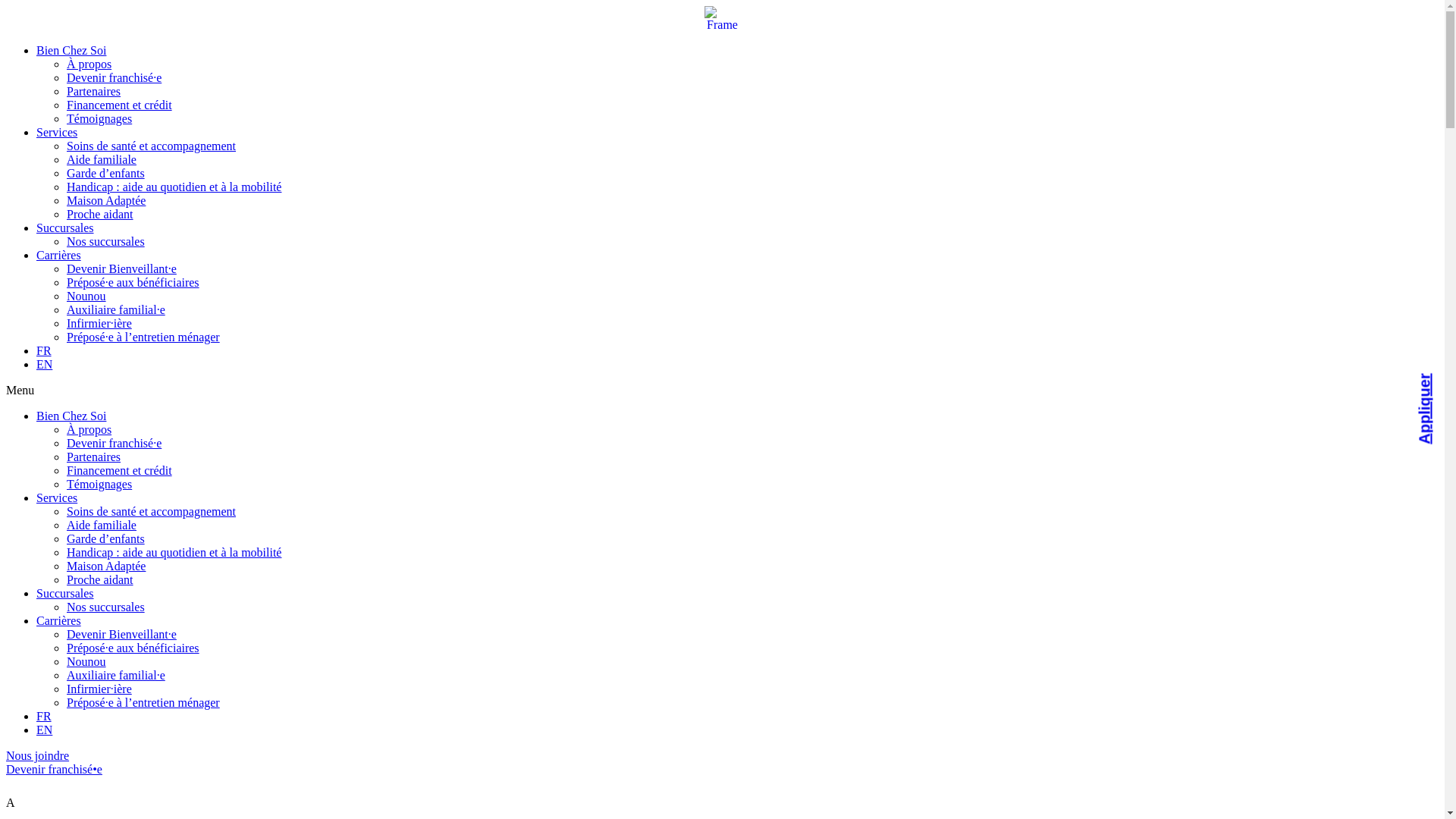 This screenshot has width=1456, height=819. I want to click on 'Proche aidant', so click(99, 579).